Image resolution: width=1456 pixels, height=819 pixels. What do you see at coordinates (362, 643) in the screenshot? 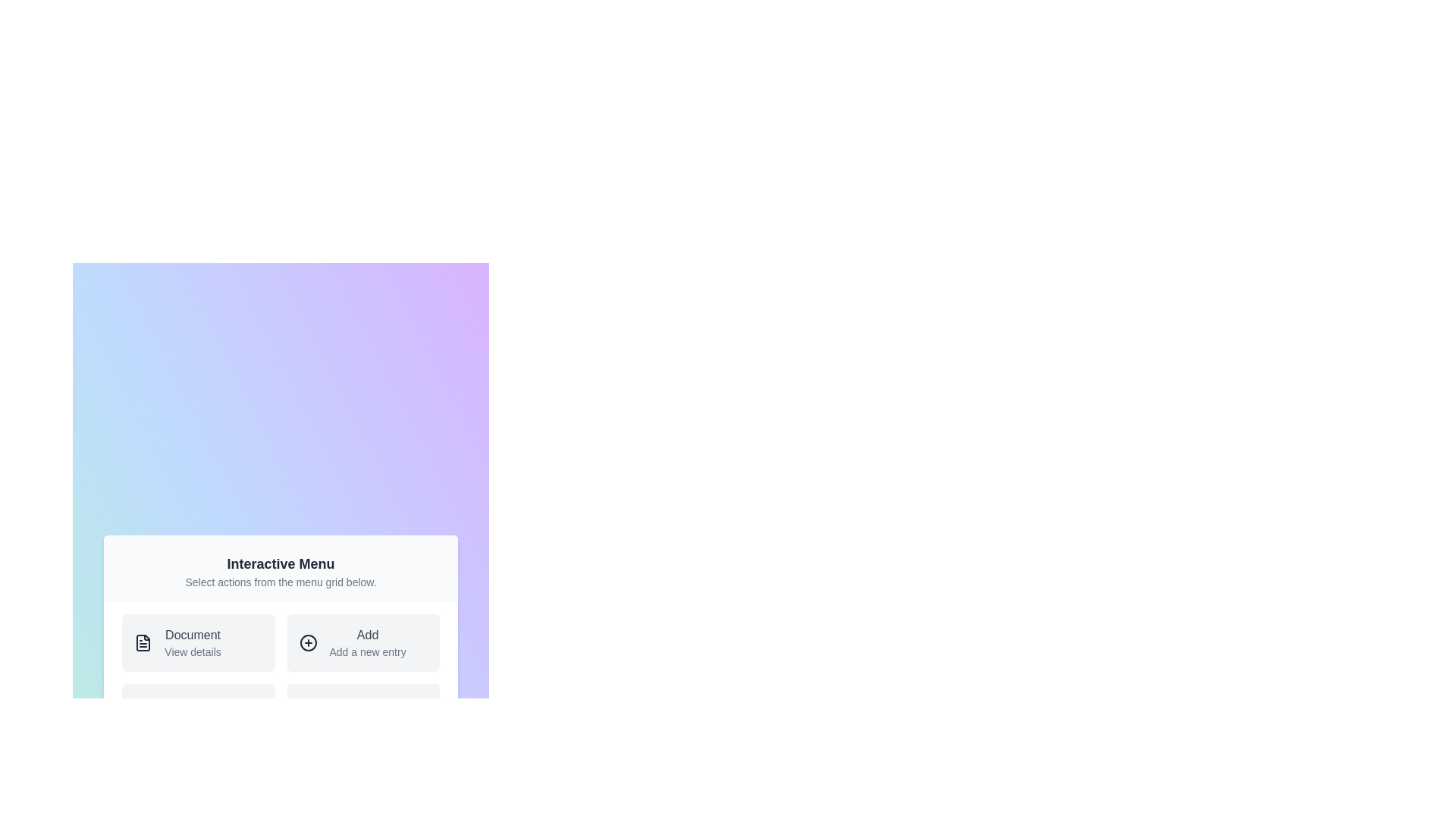
I see `the menu item Add` at bounding box center [362, 643].